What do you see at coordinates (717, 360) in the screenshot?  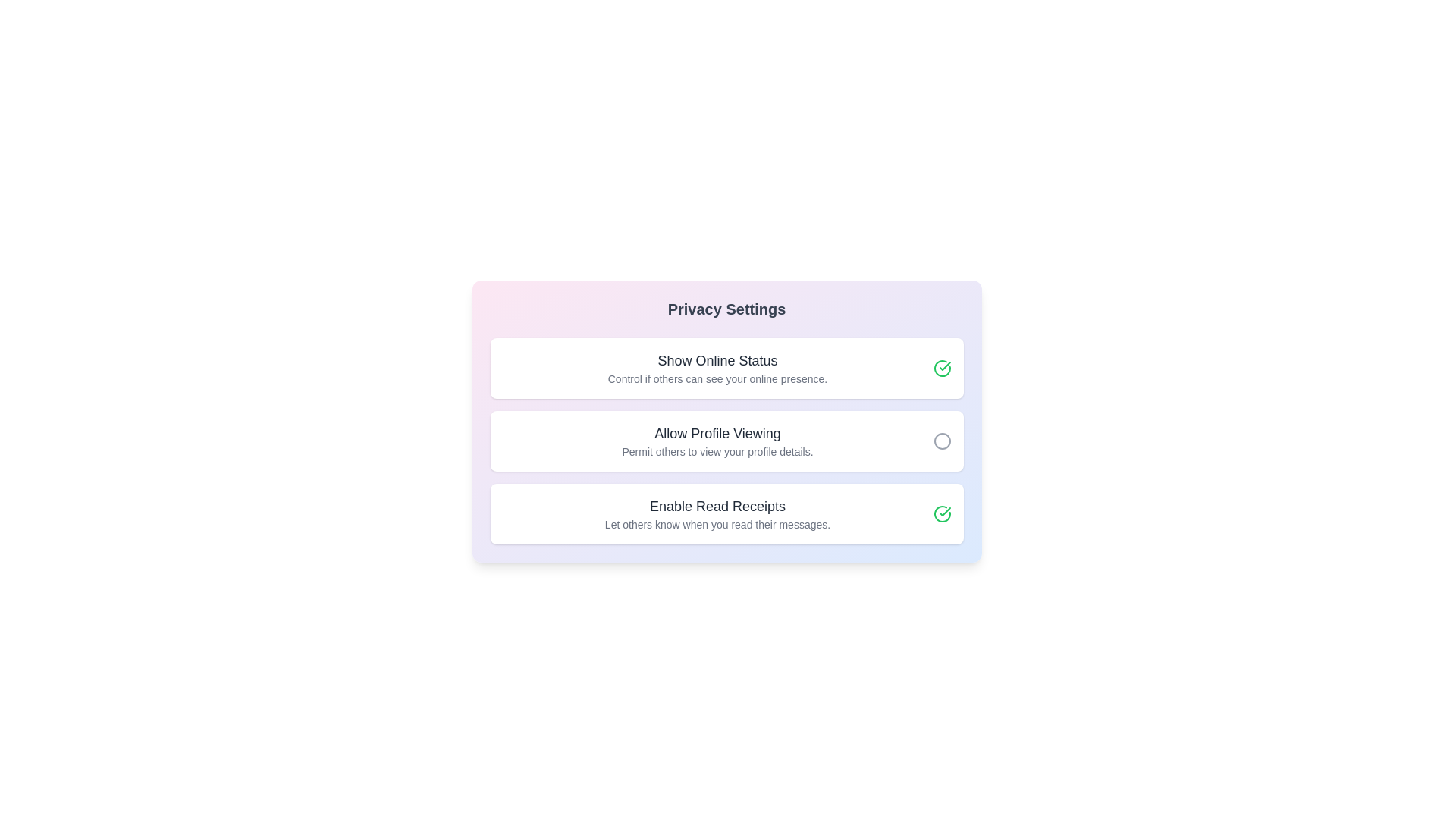 I see `the text of the label and description for the option Show Online Status` at bounding box center [717, 360].